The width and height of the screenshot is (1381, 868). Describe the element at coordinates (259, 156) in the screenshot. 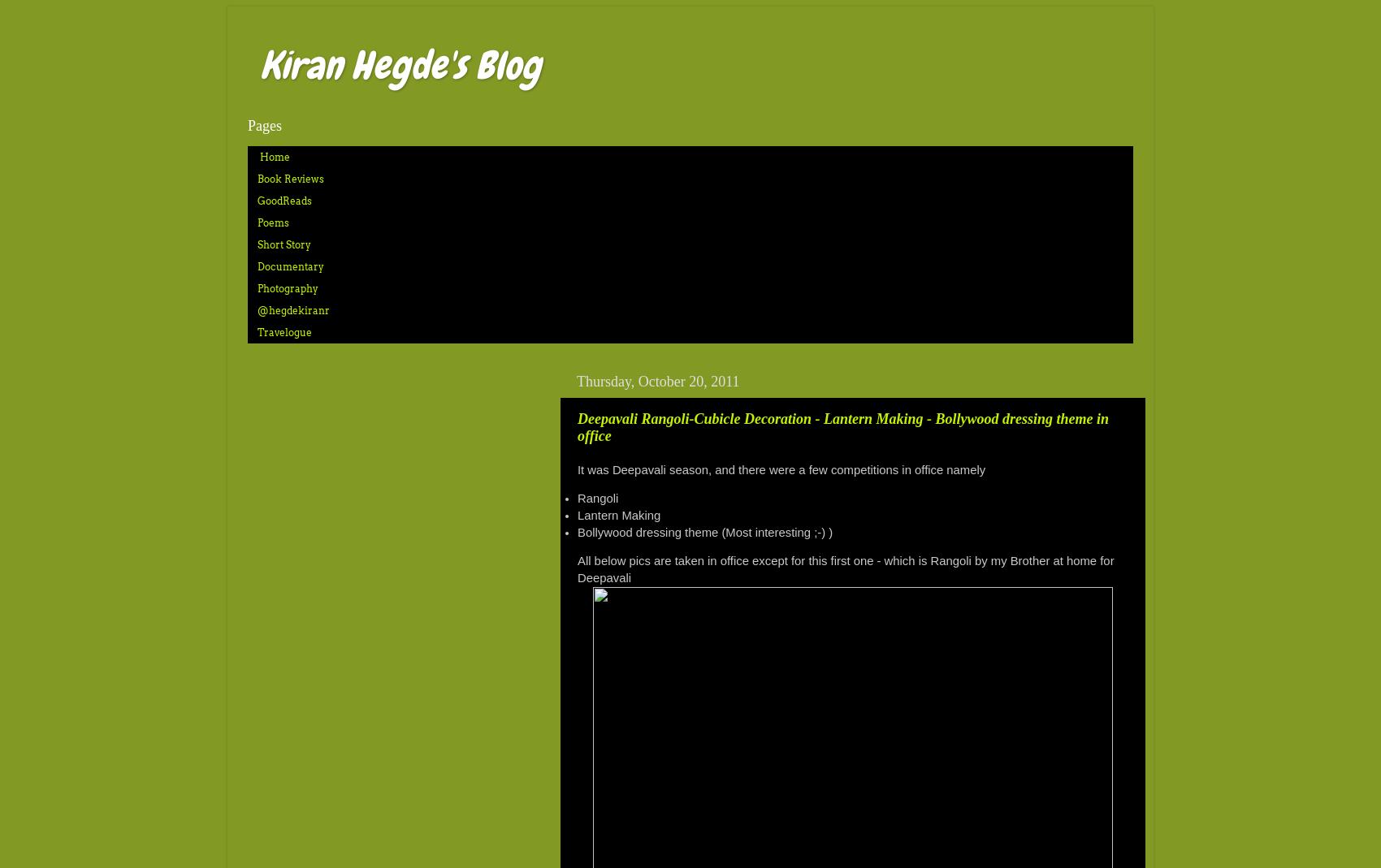

I see `'Home'` at that location.